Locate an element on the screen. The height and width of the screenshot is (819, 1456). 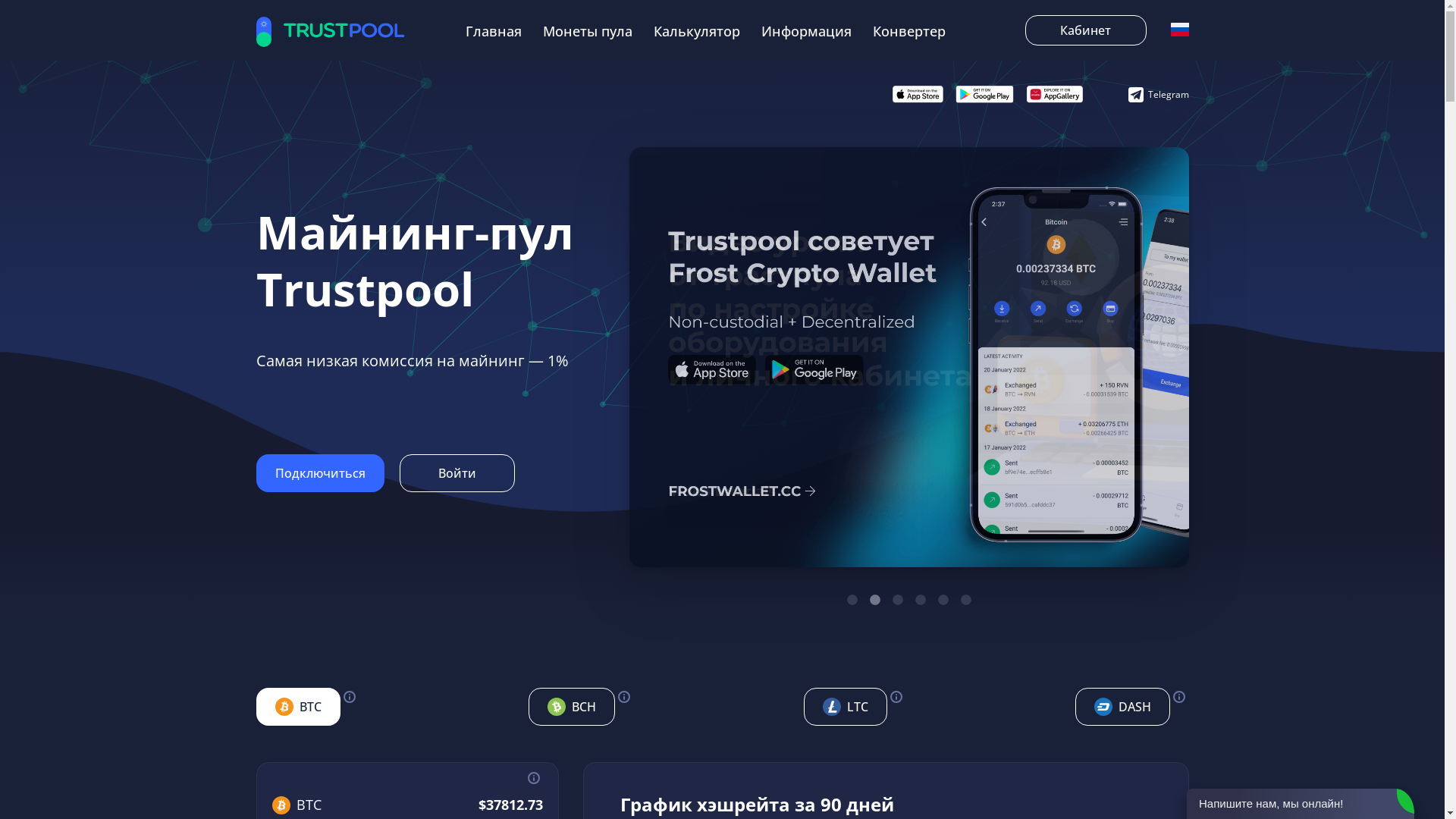
'3' is located at coordinates (898, 599).